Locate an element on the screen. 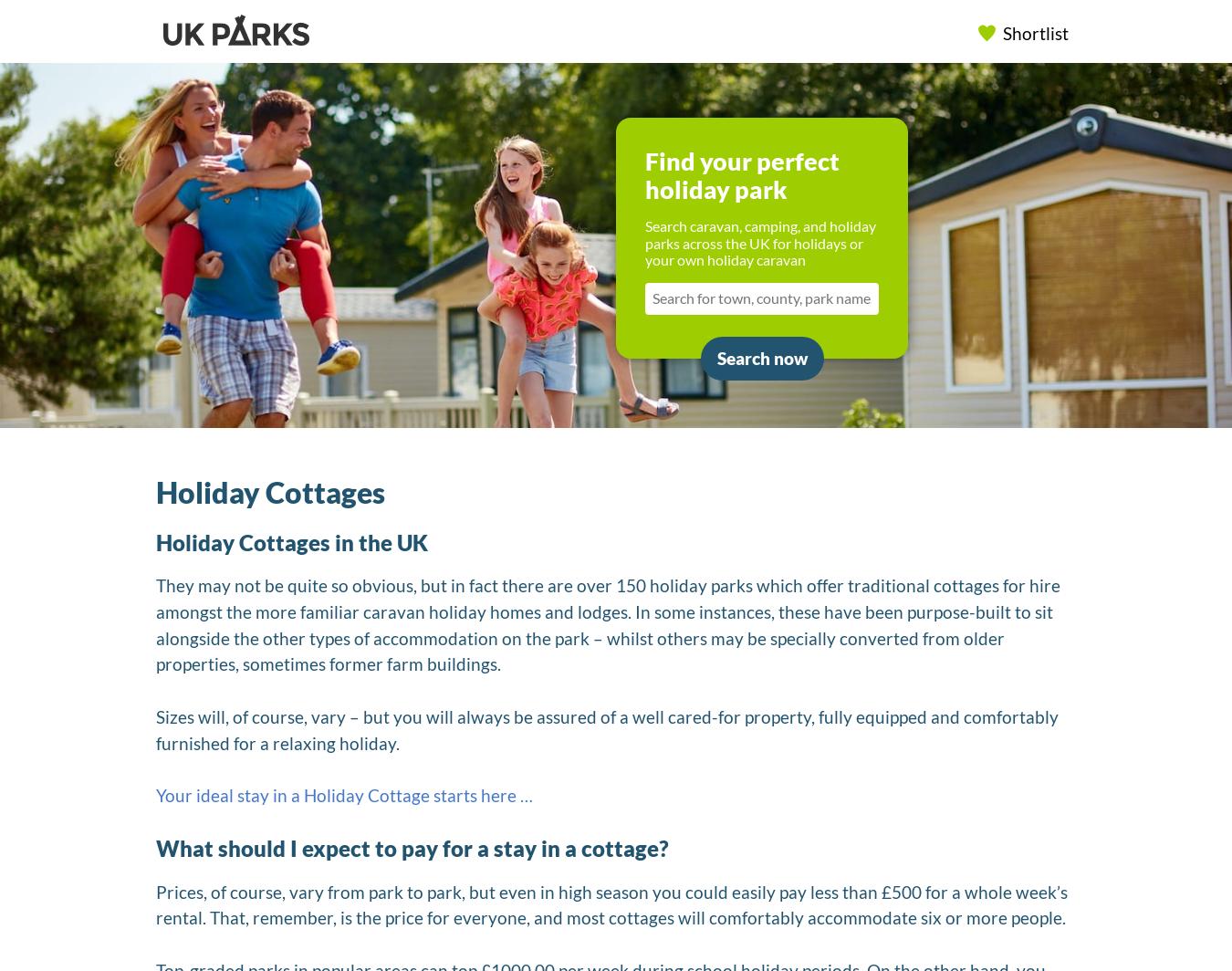 The image size is (1232, 971). 'Search caravan, camping, and holiday parks across the UK for holidays or your own holiday caravan' is located at coordinates (760, 242).